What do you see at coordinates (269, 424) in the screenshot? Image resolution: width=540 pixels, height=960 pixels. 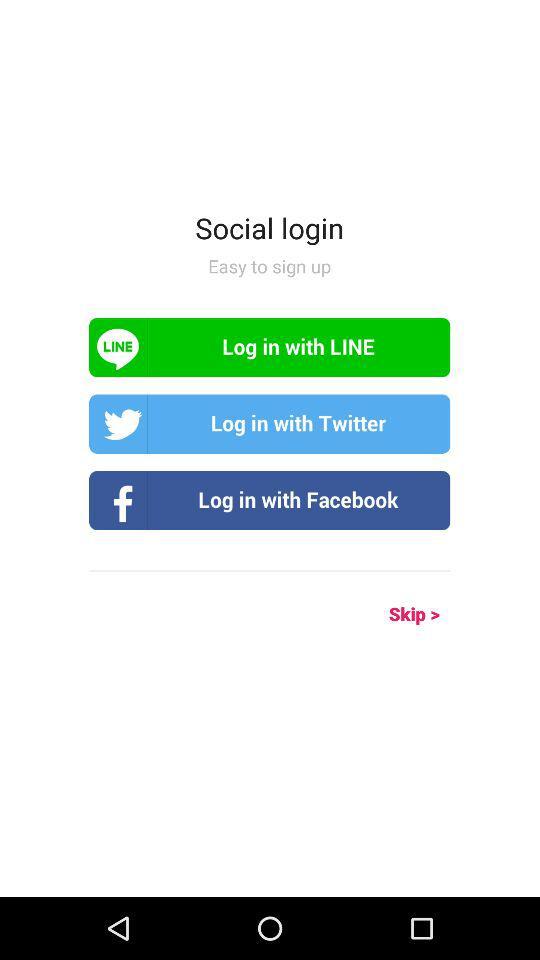 I see `log in with twitter buttion` at bounding box center [269, 424].